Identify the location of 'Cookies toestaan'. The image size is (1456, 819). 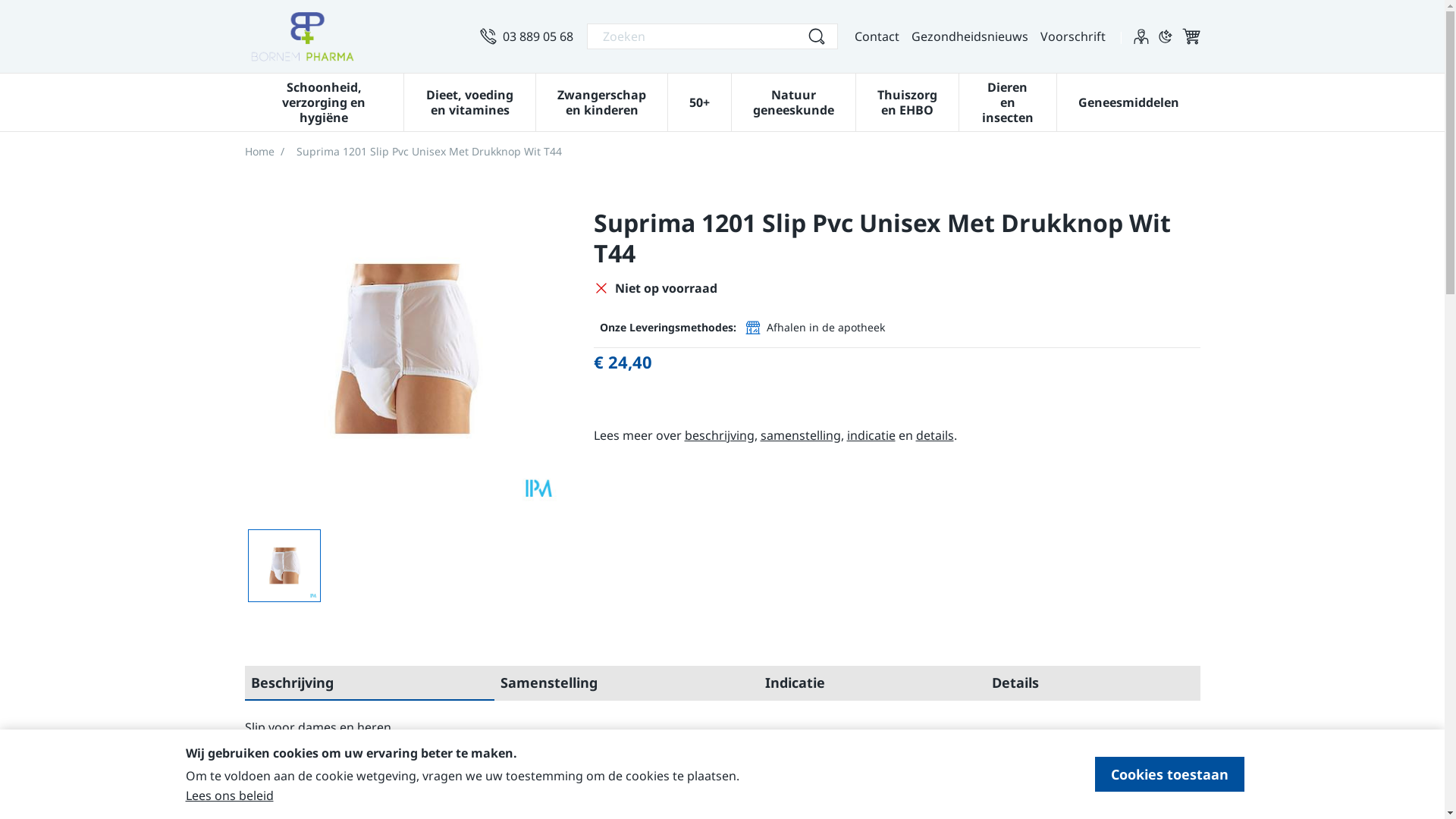
(1169, 774).